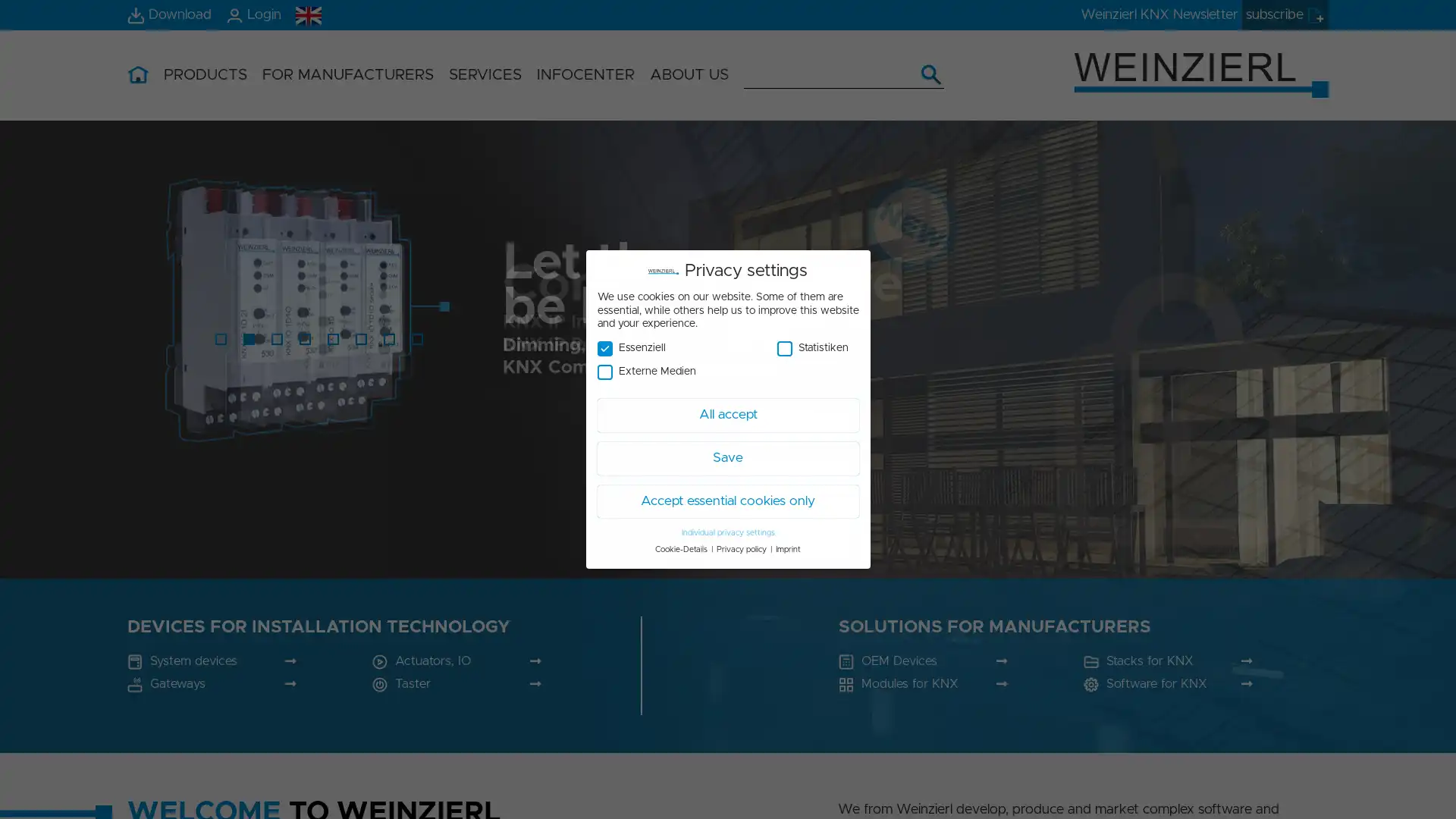 The image size is (1456, 819). I want to click on Privacy policy, so click(742, 550).